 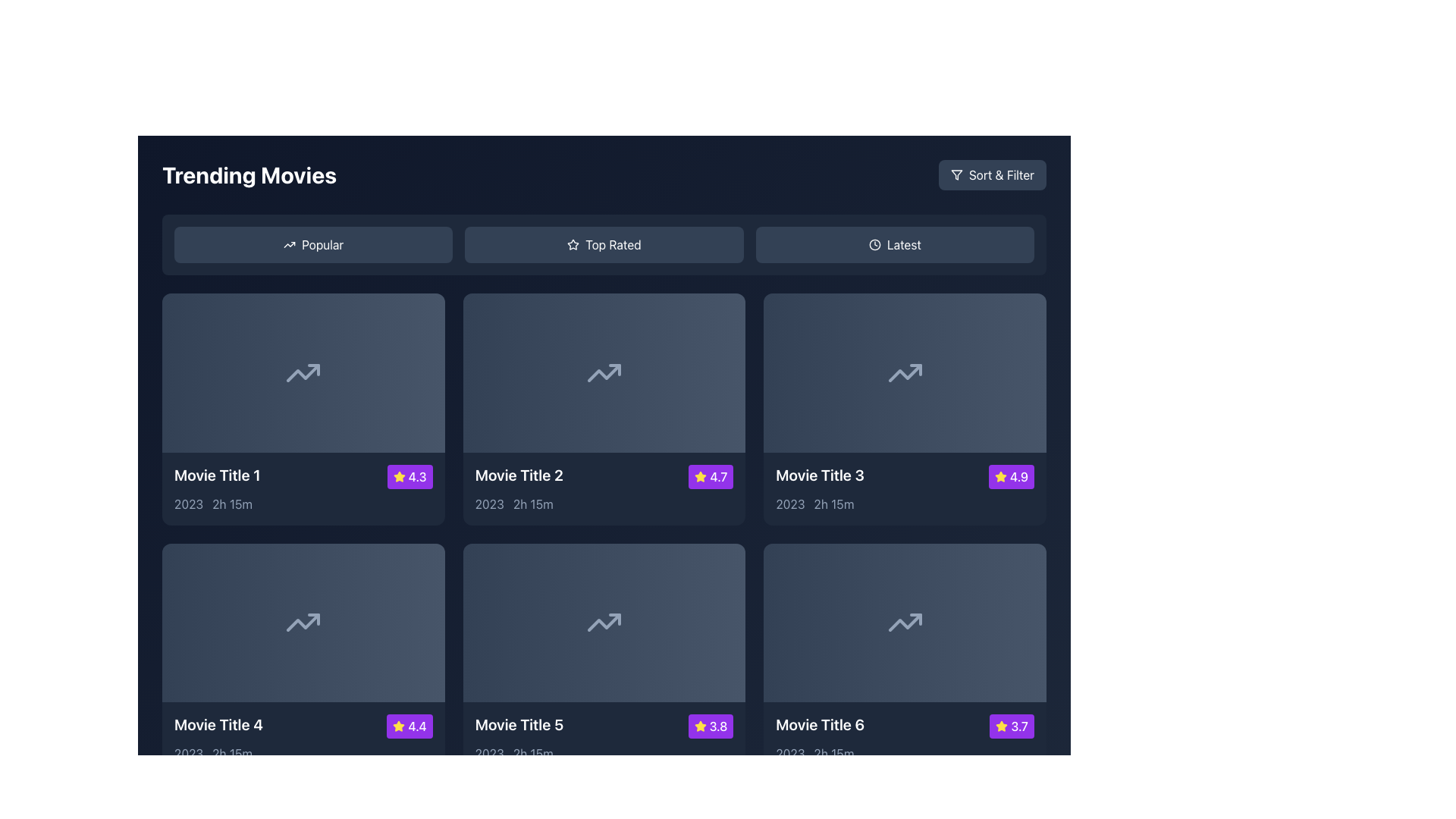 What do you see at coordinates (833, 504) in the screenshot?
I see `the static text label that conveys the duration of a movie, located to the right of the text '2023' and below 'Movie Title 3'` at bounding box center [833, 504].